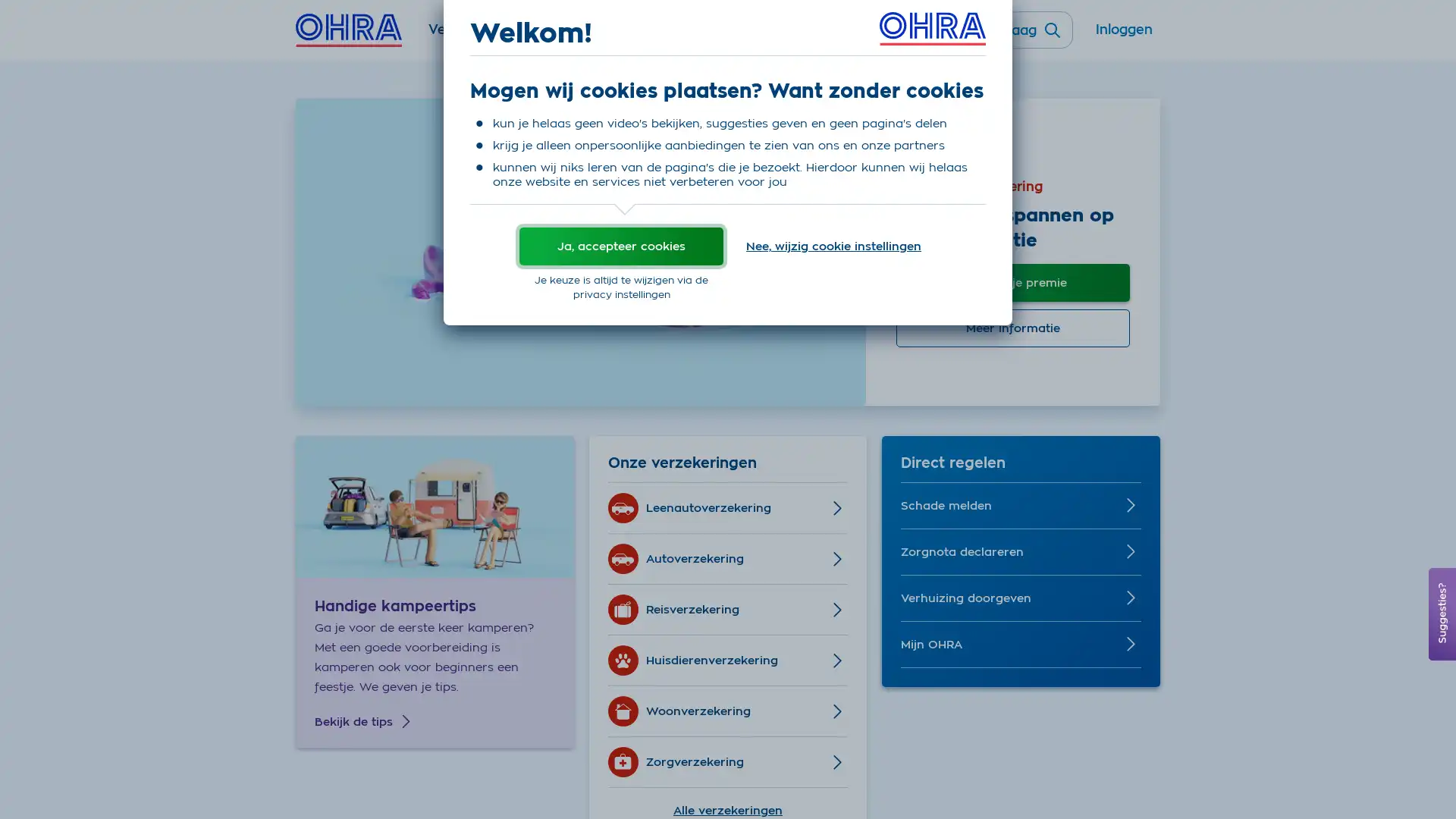 Image resolution: width=1456 pixels, height=819 pixels. What do you see at coordinates (1008, 30) in the screenshot?
I see `Stel je vraag` at bounding box center [1008, 30].